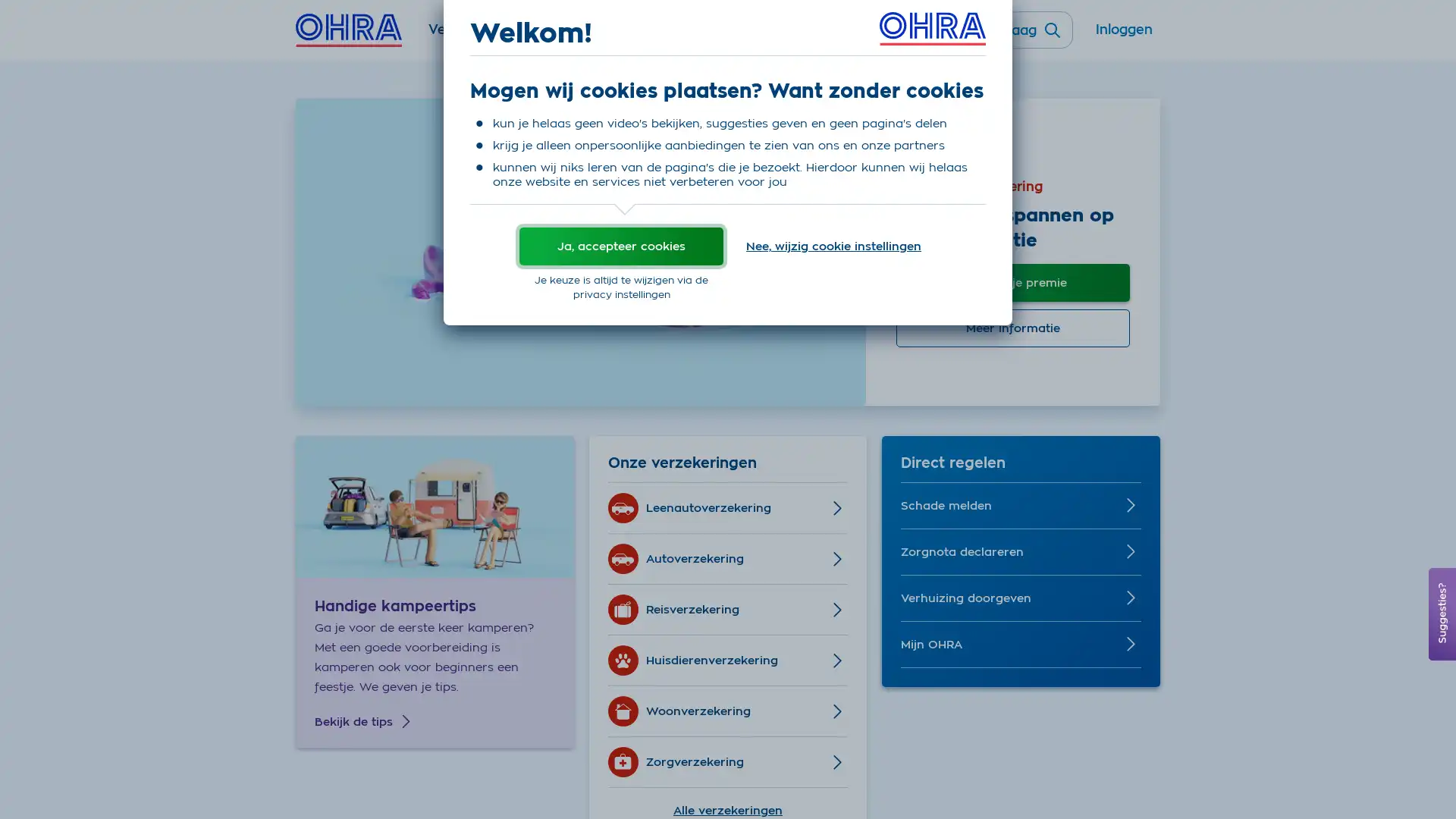 Image resolution: width=1456 pixels, height=819 pixels. What do you see at coordinates (1008, 30) in the screenshot?
I see `Stel je vraag` at bounding box center [1008, 30].